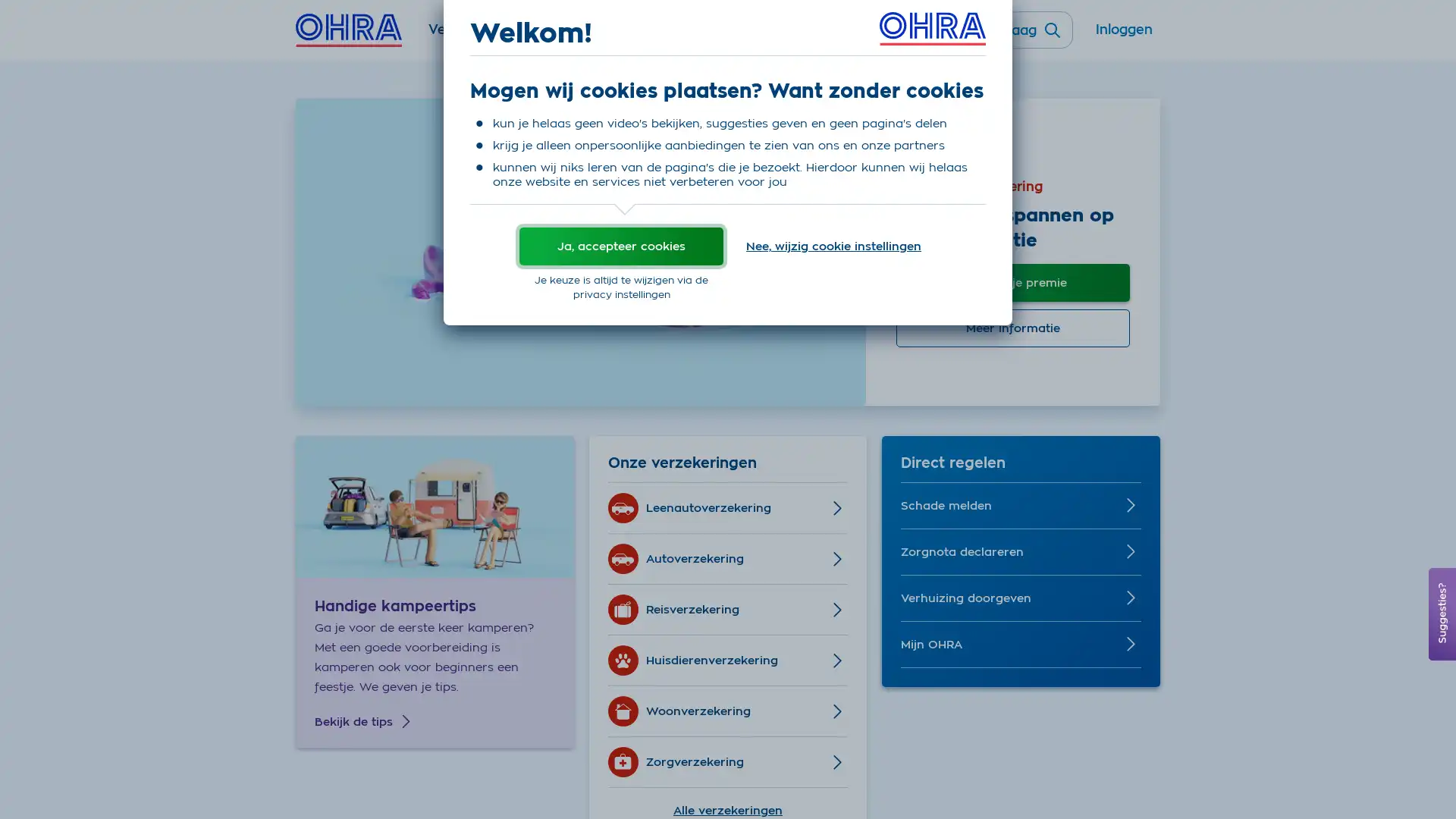 Image resolution: width=1456 pixels, height=819 pixels. What do you see at coordinates (1008, 30) in the screenshot?
I see `Stel je vraag` at bounding box center [1008, 30].